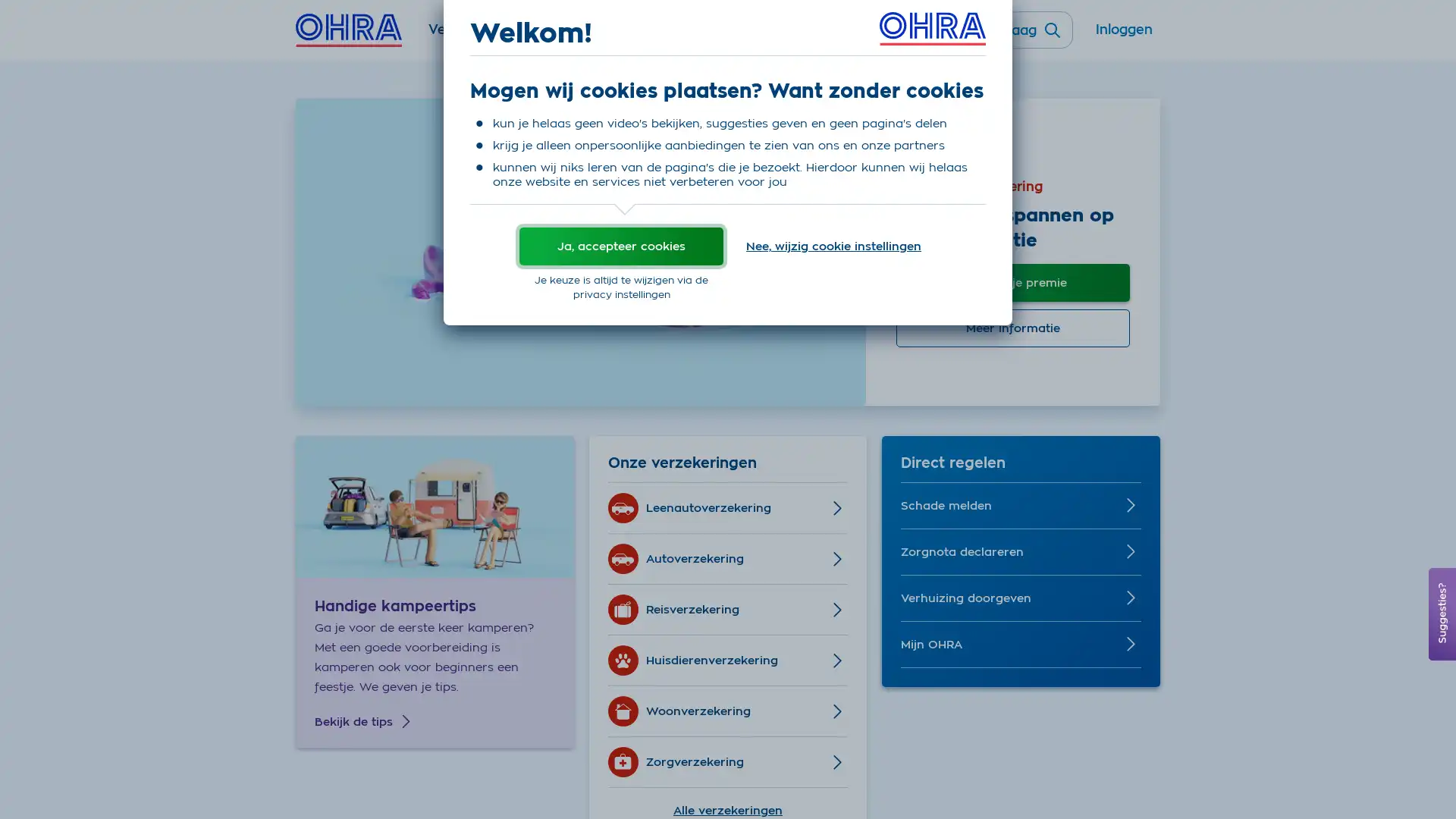 Image resolution: width=1456 pixels, height=819 pixels. What do you see at coordinates (1008, 30) in the screenshot?
I see `Stel je vraag` at bounding box center [1008, 30].